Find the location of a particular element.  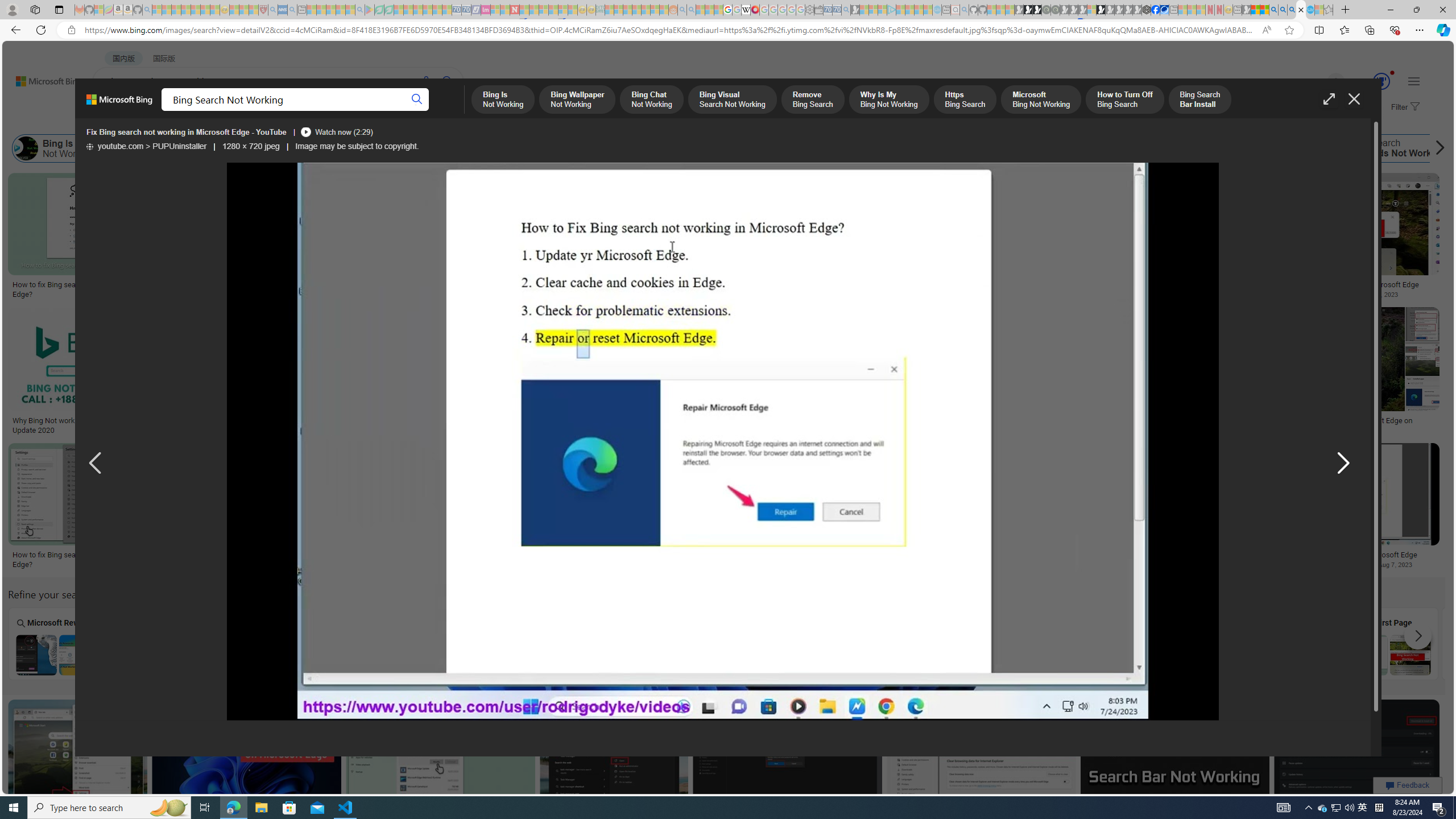

'Microsoft Rewards 84' is located at coordinates (1370, 81).